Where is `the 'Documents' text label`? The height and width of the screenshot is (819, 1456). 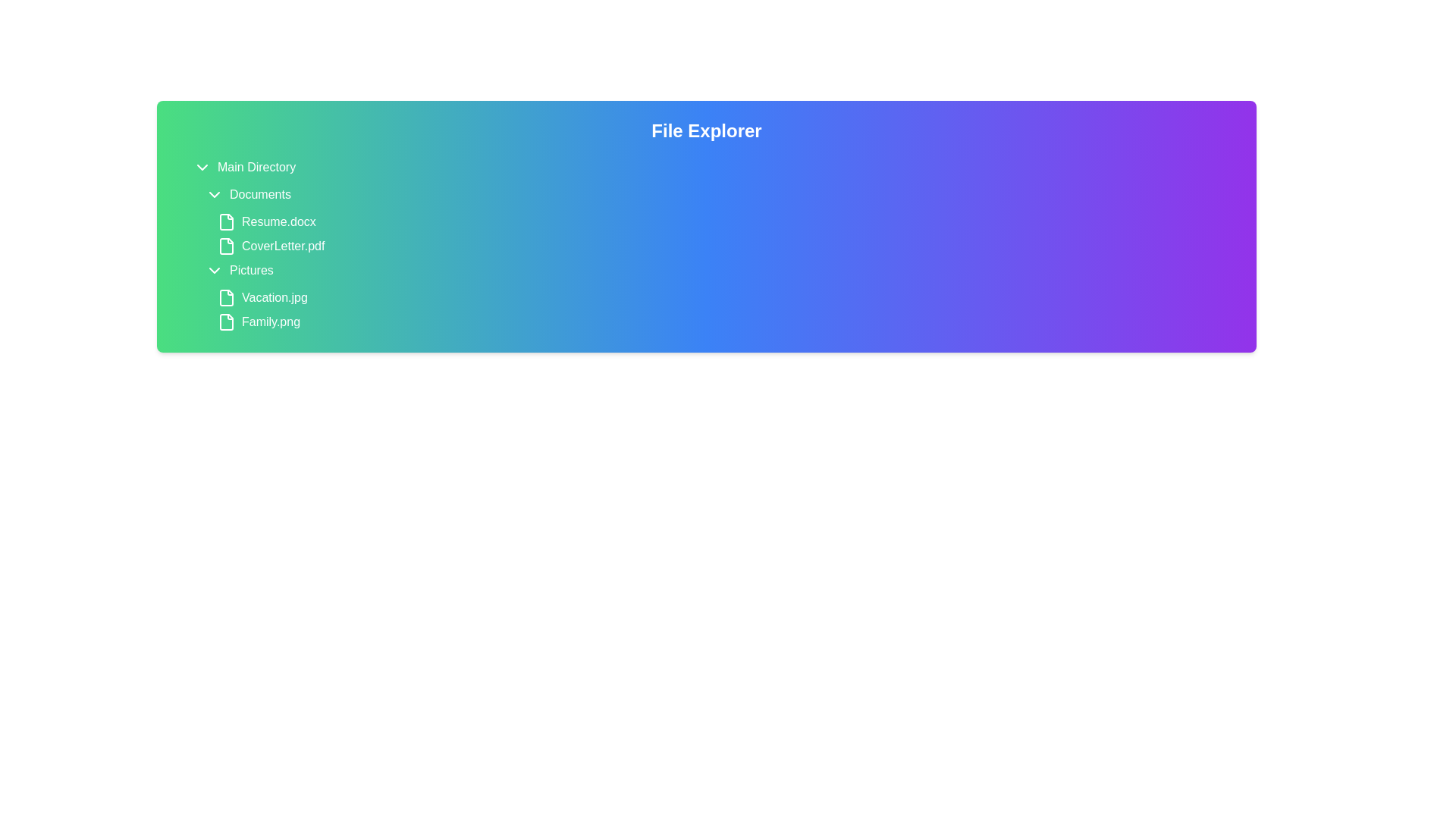
the 'Documents' text label is located at coordinates (260, 194).